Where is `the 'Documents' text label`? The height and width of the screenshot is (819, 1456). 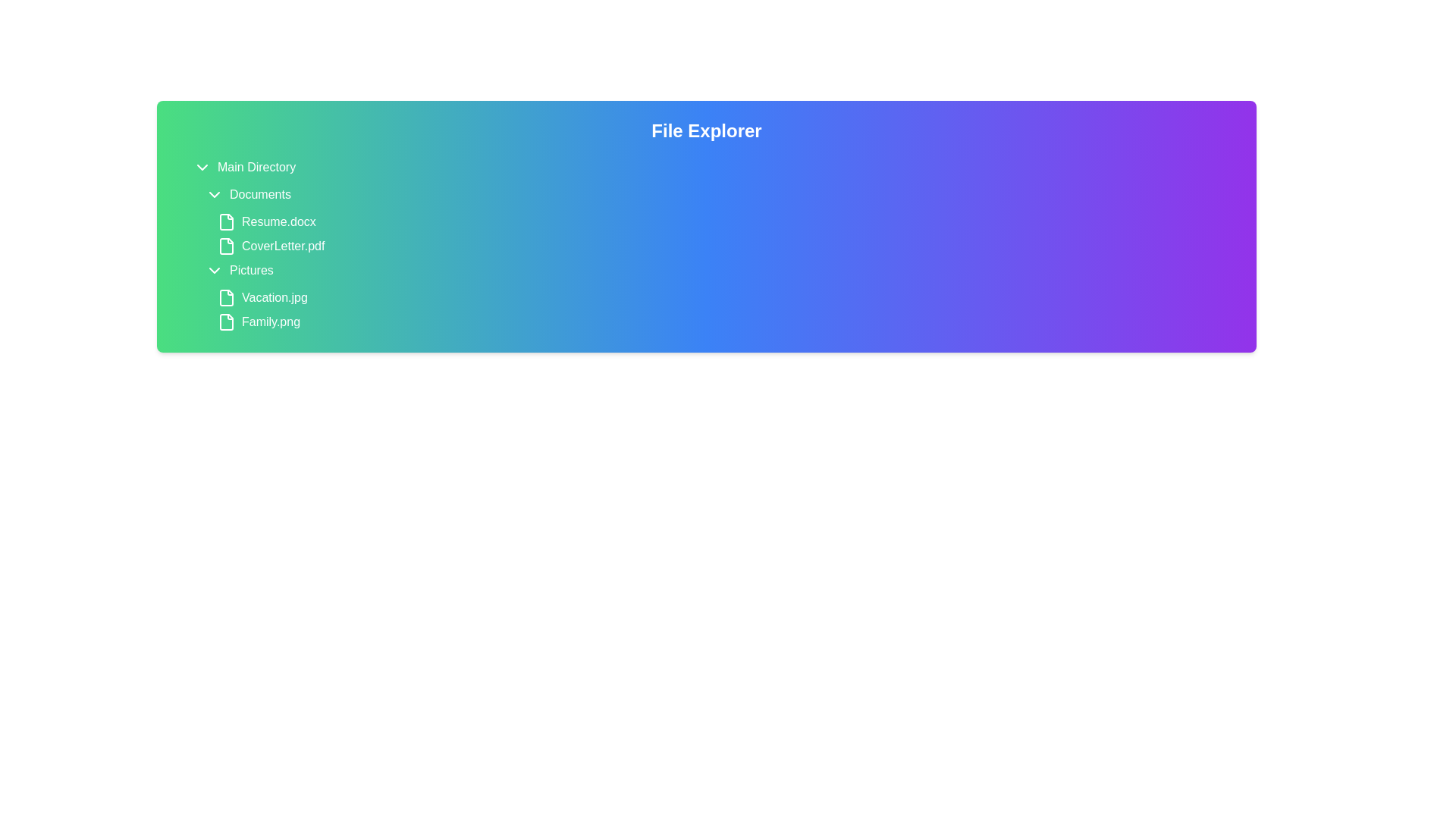
the 'Documents' text label is located at coordinates (260, 194).